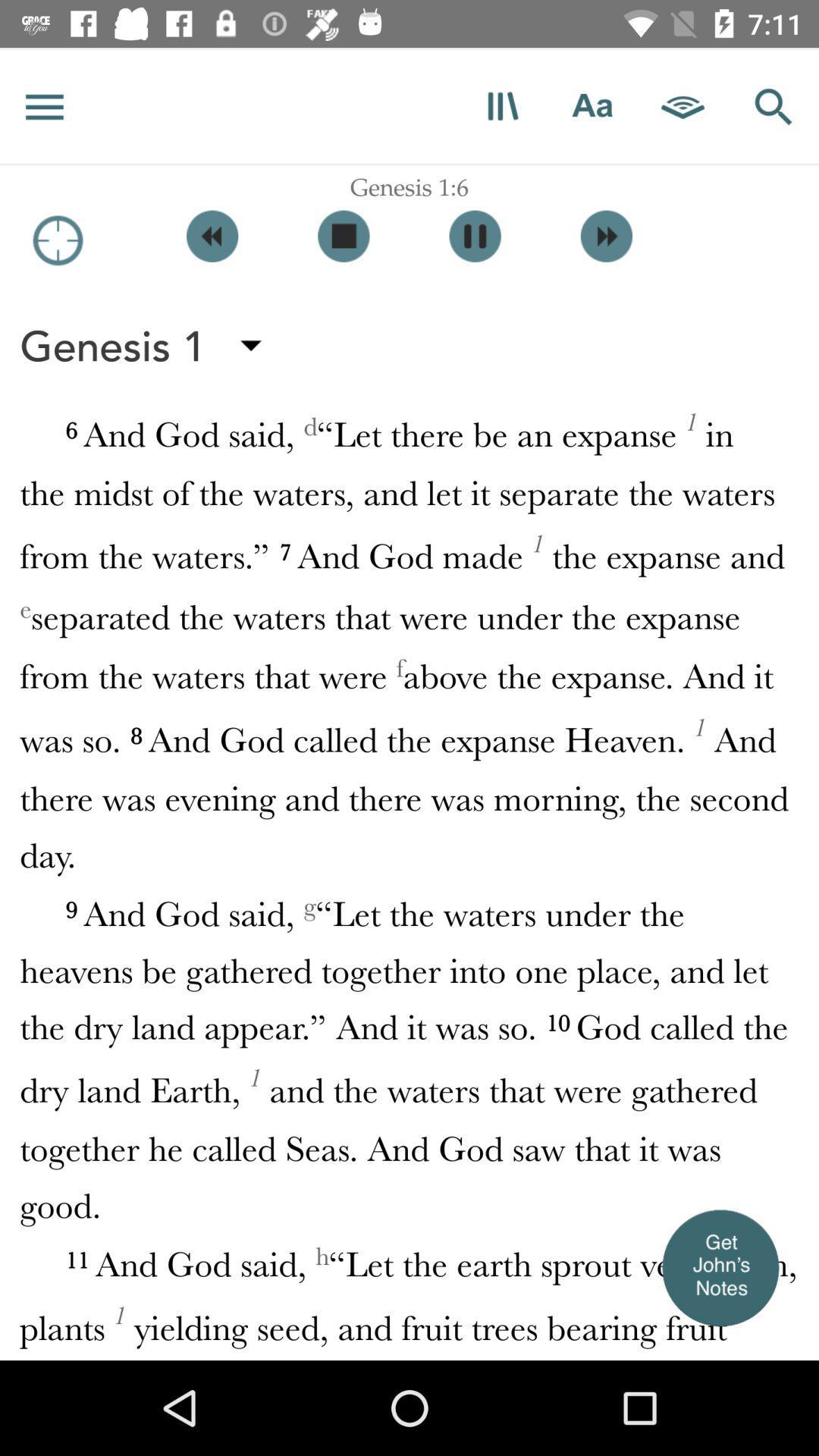  Describe the element at coordinates (212, 235) in the screenshot. I see `rewind` at that location.